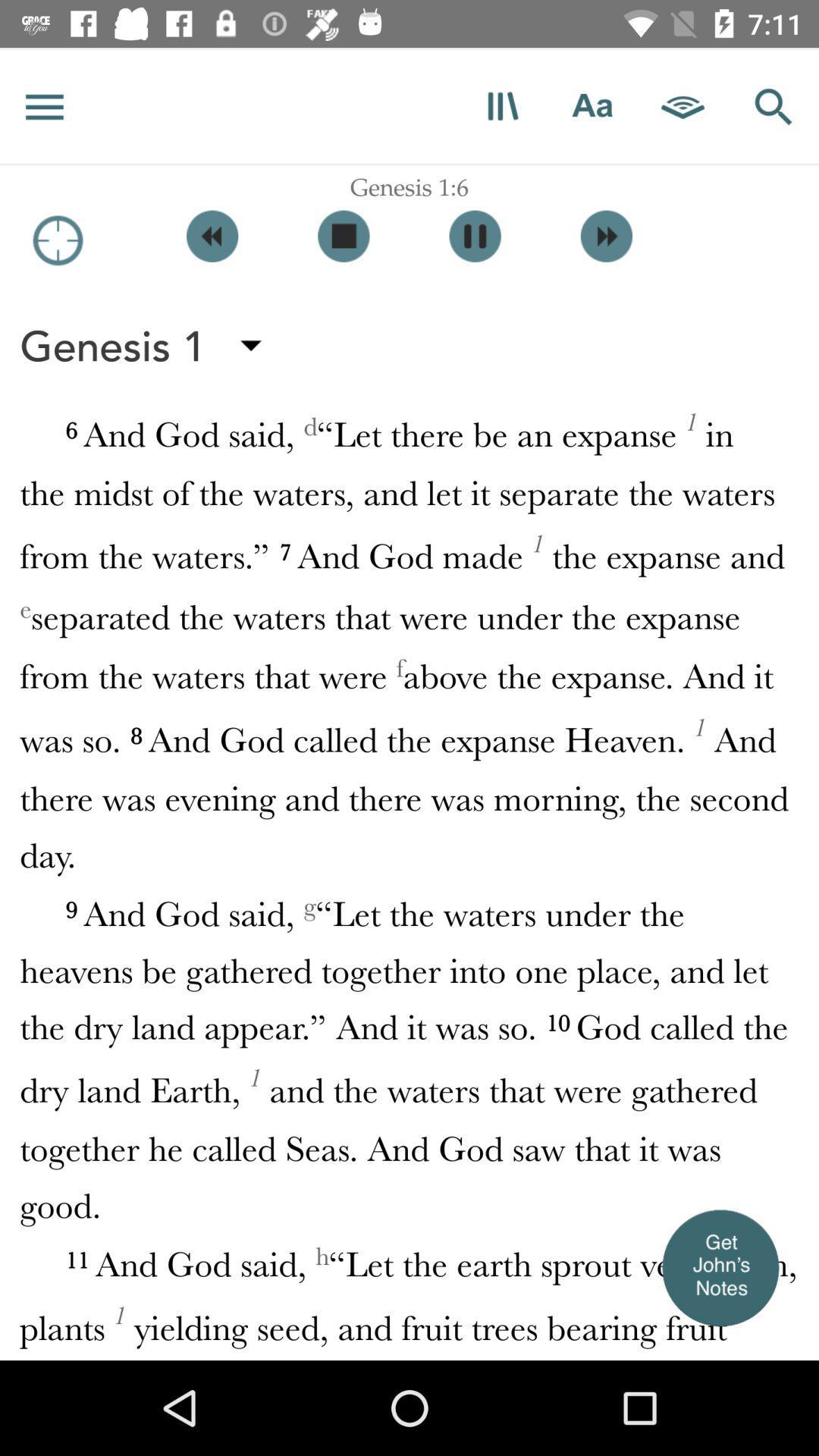  Describe the element at coordinates (212, 235) in the screenshot. I see `rewind` at that location.